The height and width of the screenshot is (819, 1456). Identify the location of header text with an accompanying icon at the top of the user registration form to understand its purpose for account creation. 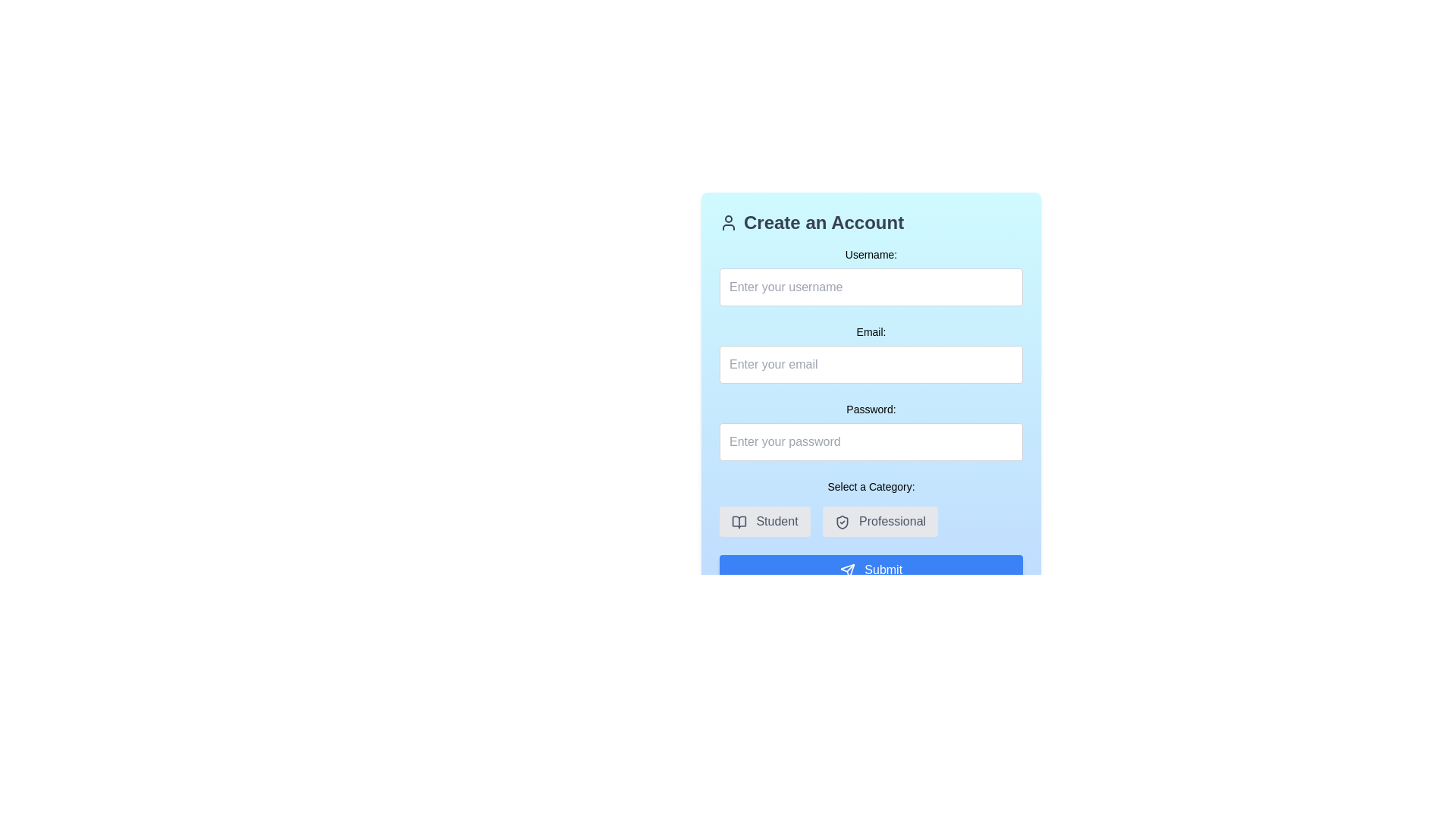
(871, 222).